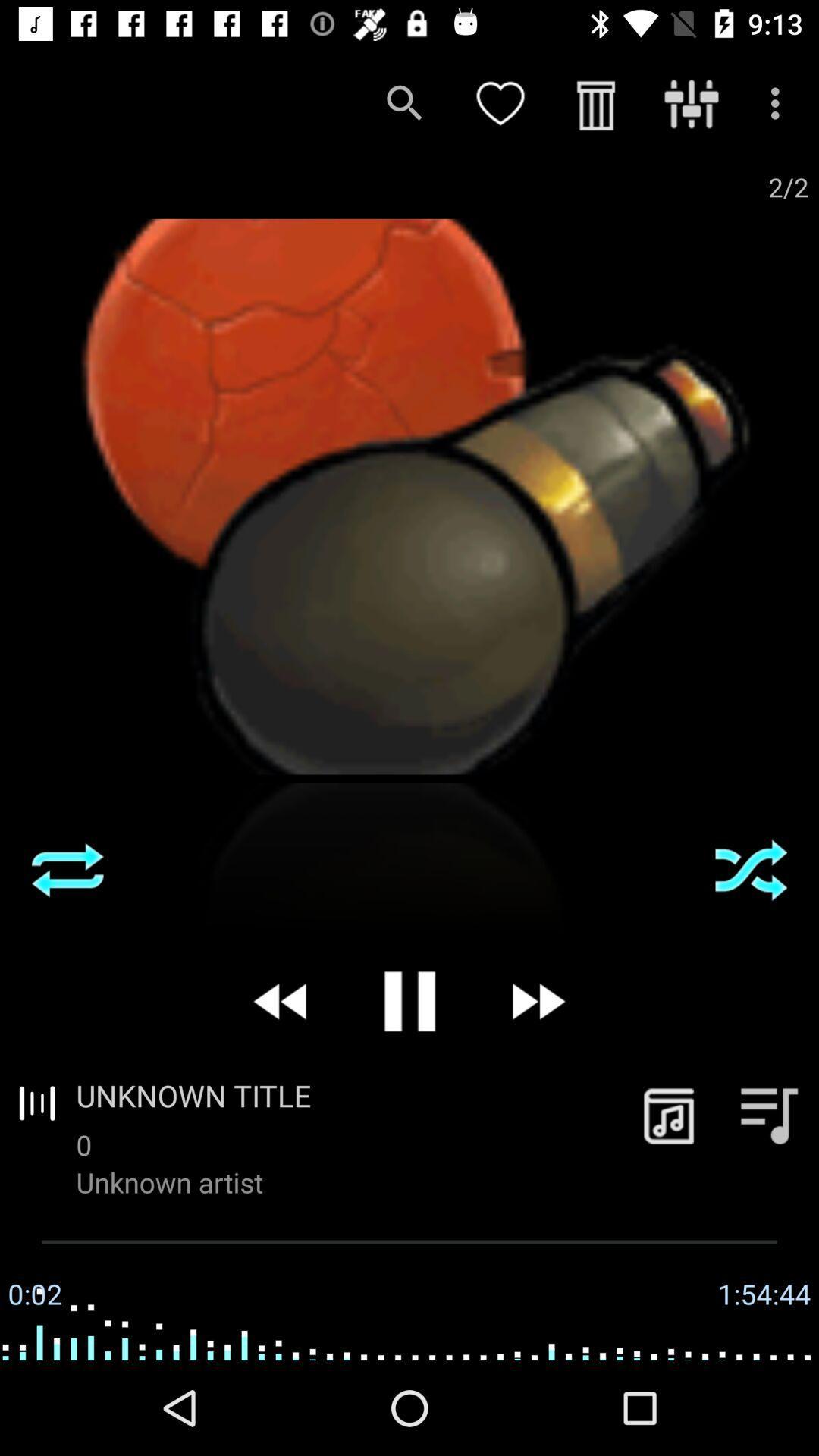 The image size is (819, 1456). Describe the element at coordinates (409, 1001) in the screenshot. I see `icon above unknown title` at that location.